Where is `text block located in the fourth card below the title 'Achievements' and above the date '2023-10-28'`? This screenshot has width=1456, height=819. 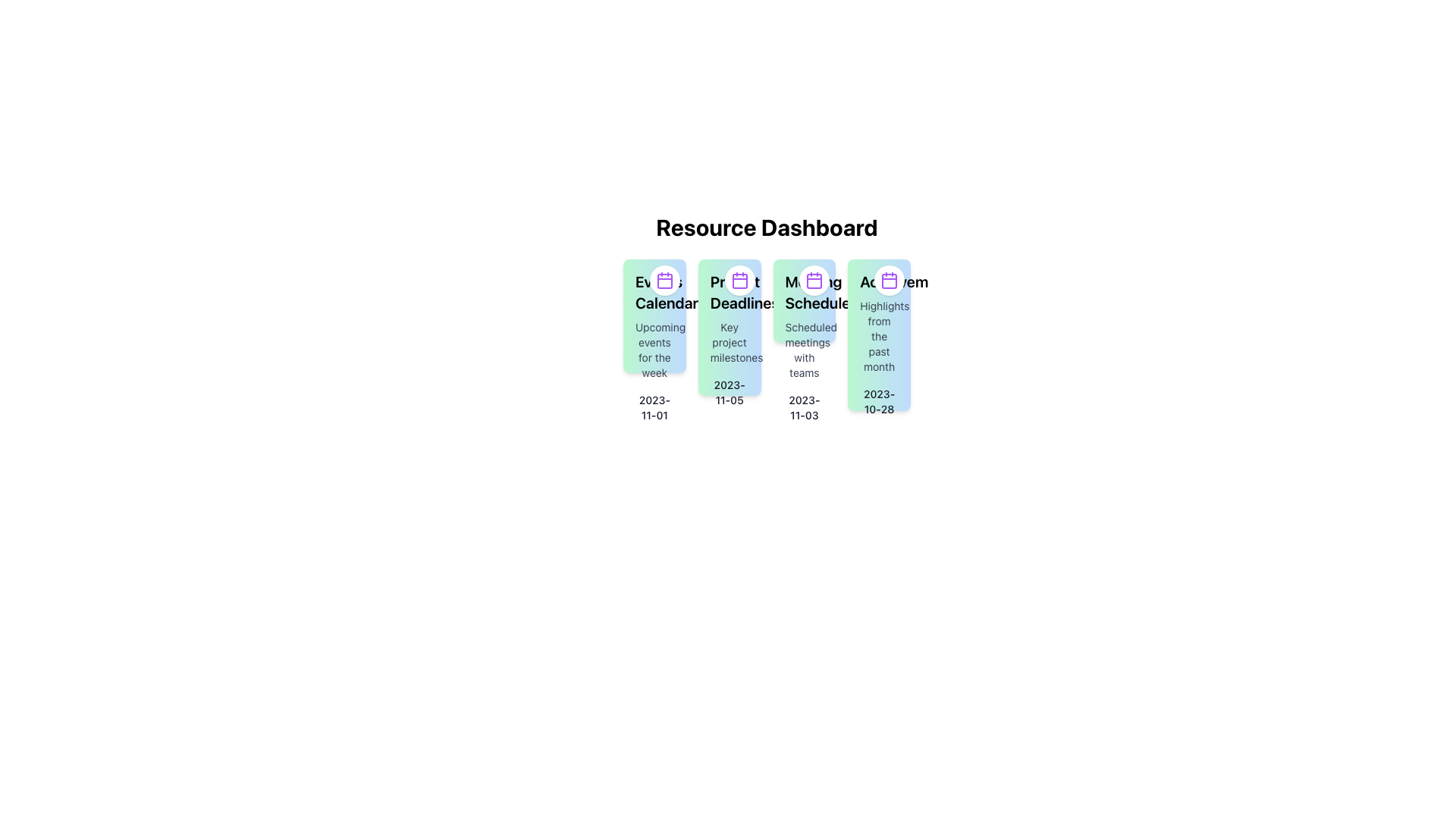
text block located in the fourth card below the title 'Achievements' and above the date '2023-10-28' is located at coordinates (879, 335).